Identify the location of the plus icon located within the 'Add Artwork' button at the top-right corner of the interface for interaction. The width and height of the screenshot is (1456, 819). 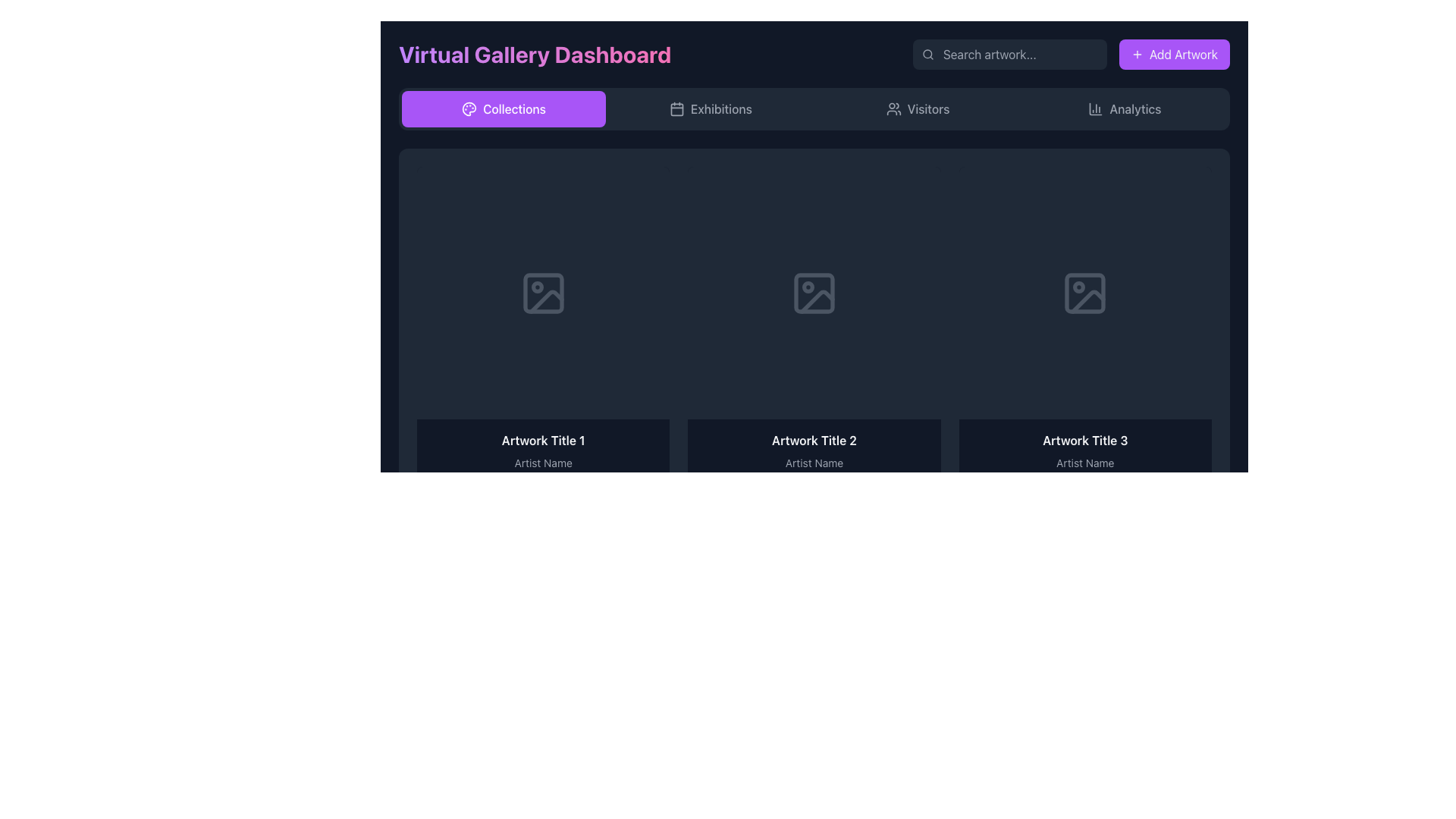
(1137, 54).